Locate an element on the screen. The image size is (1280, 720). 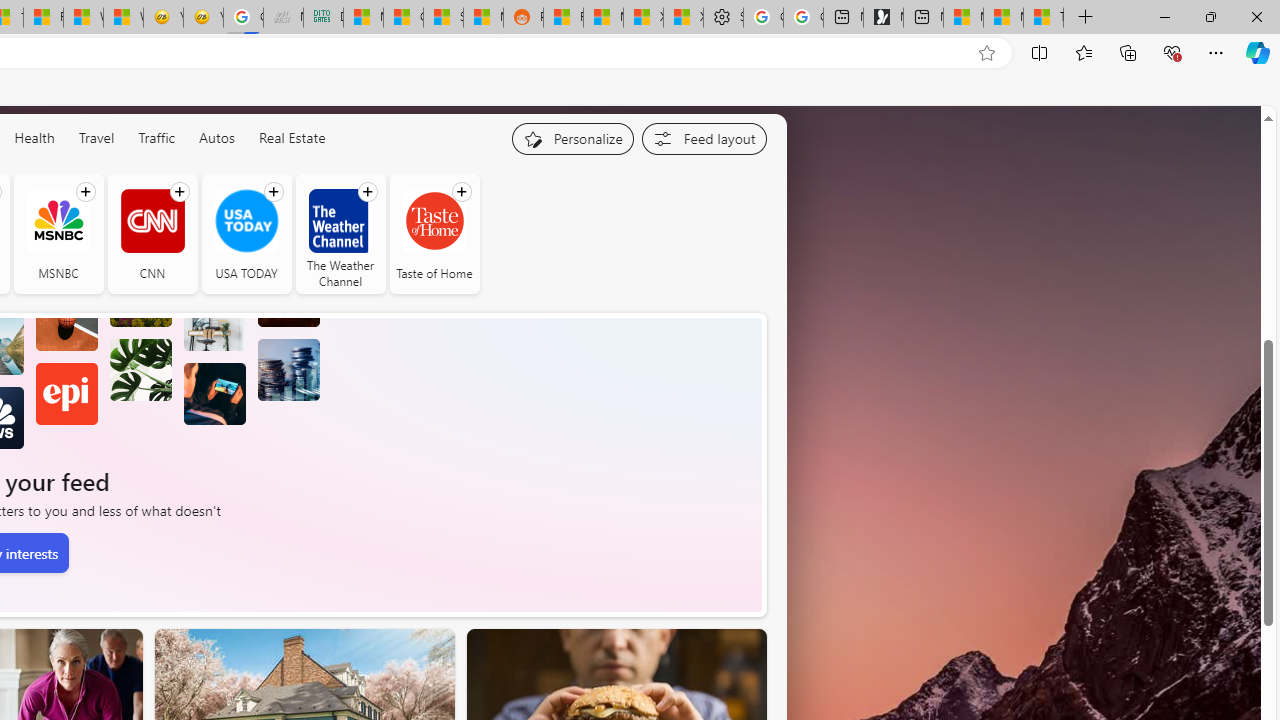
'CNN' is located at coordinates (151, 220).